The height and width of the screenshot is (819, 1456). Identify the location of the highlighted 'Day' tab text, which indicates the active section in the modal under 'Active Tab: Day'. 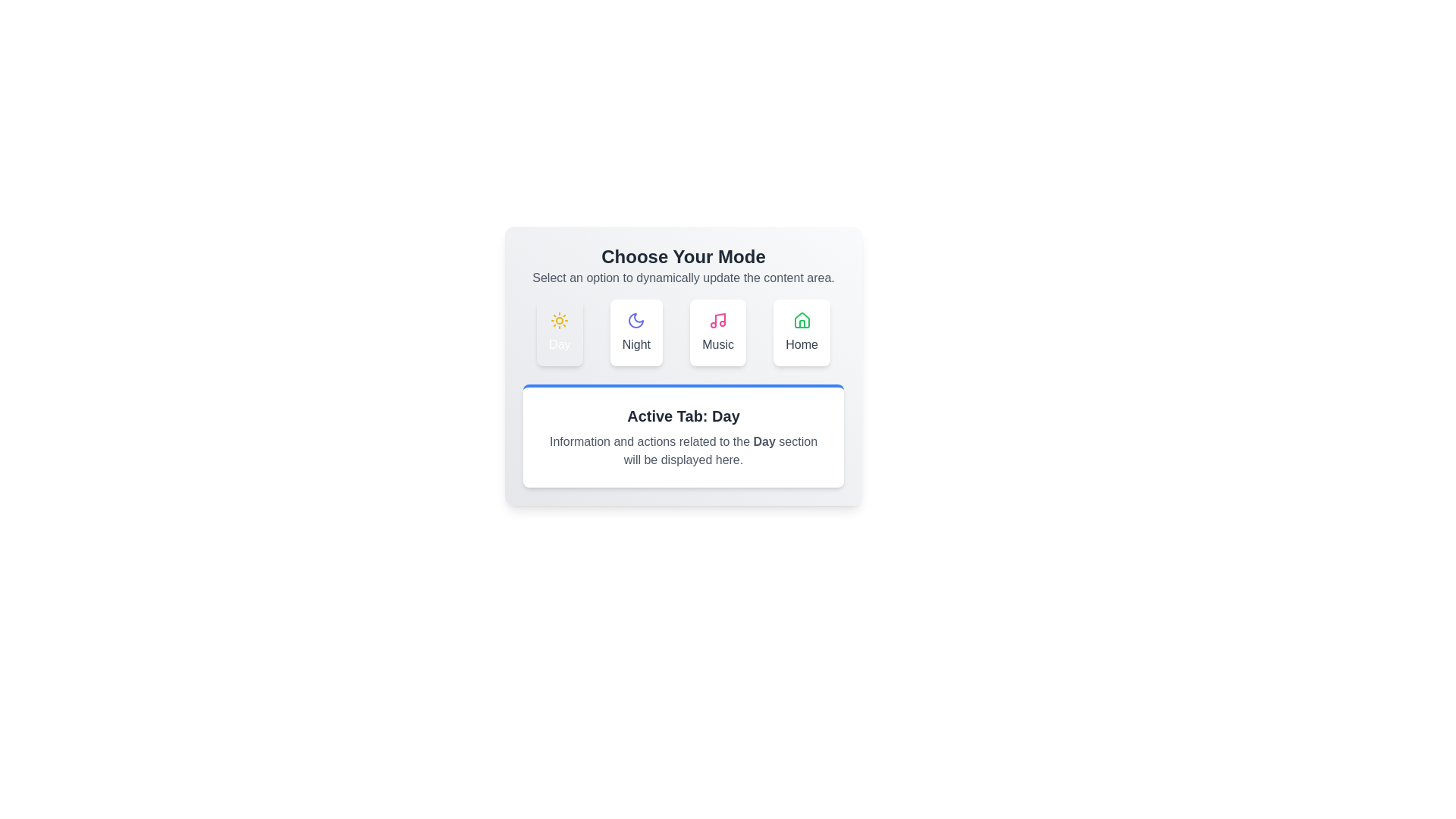
(764, 441).